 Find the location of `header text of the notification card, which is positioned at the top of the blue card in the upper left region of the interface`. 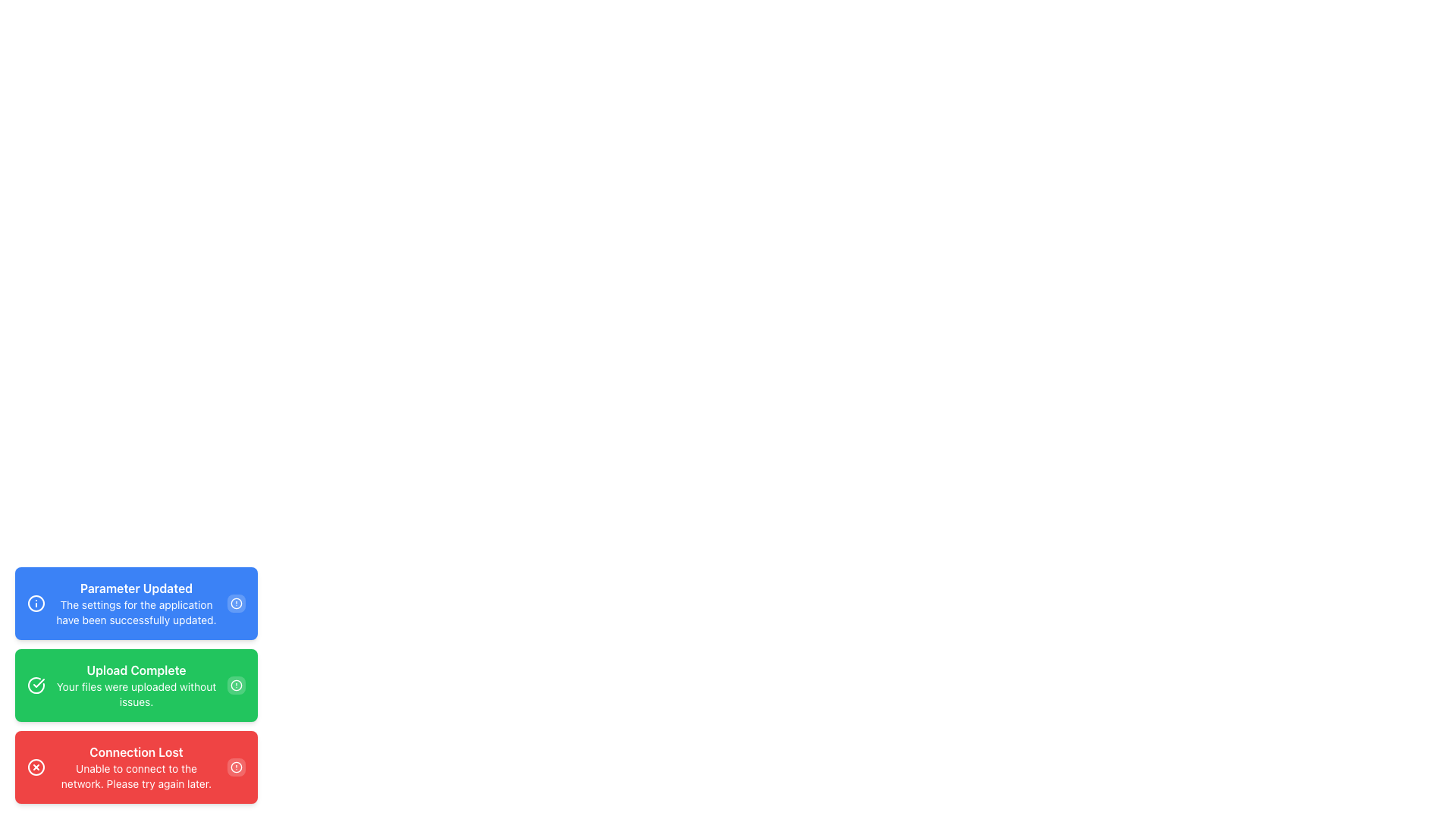

header text of the notification card, which is positioned at the top of the blue card in the upper left region of the interface is located at coordinates (136, 587).